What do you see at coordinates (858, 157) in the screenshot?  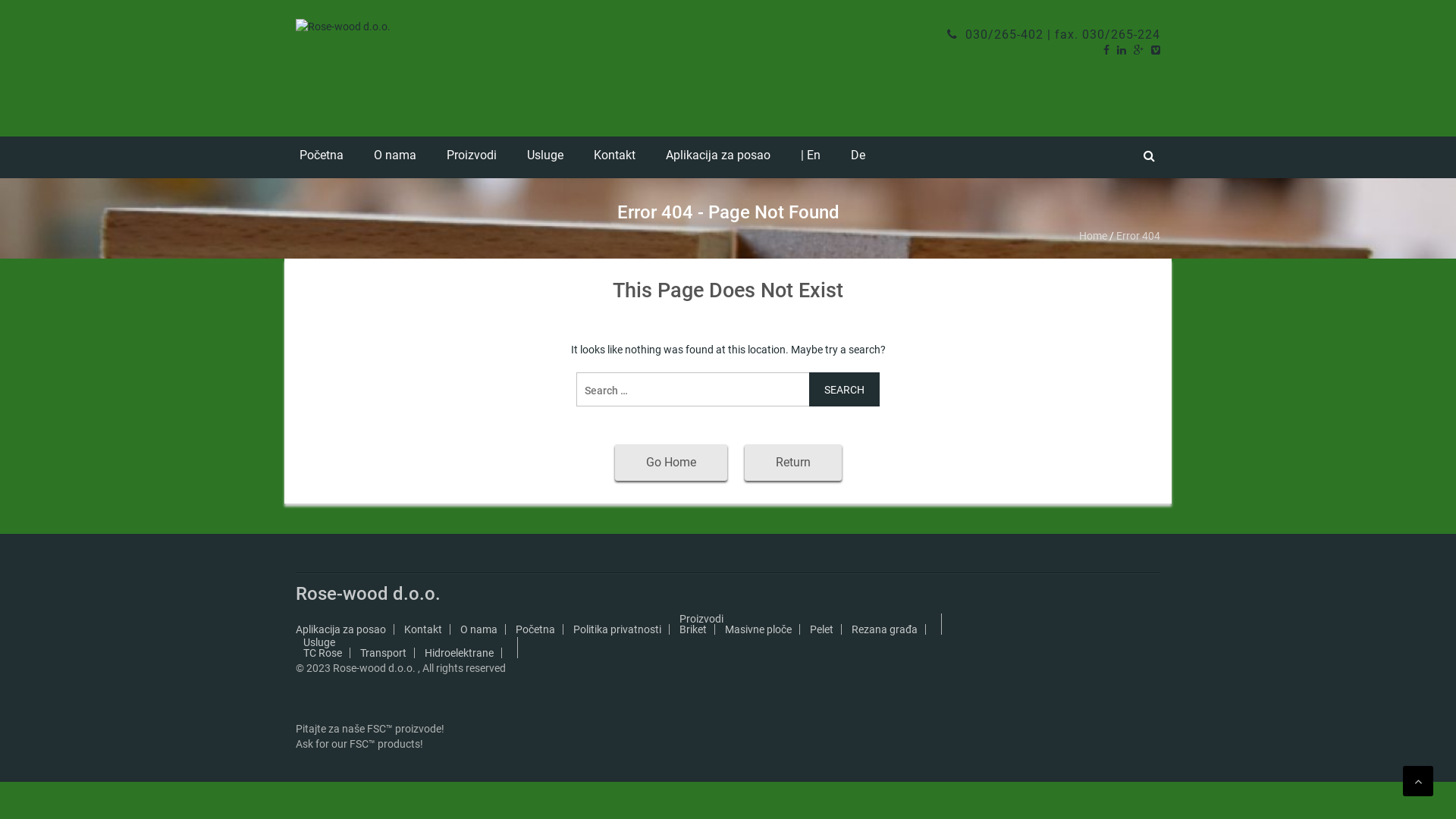 I see `'De'` at bounding box center [858, 157].